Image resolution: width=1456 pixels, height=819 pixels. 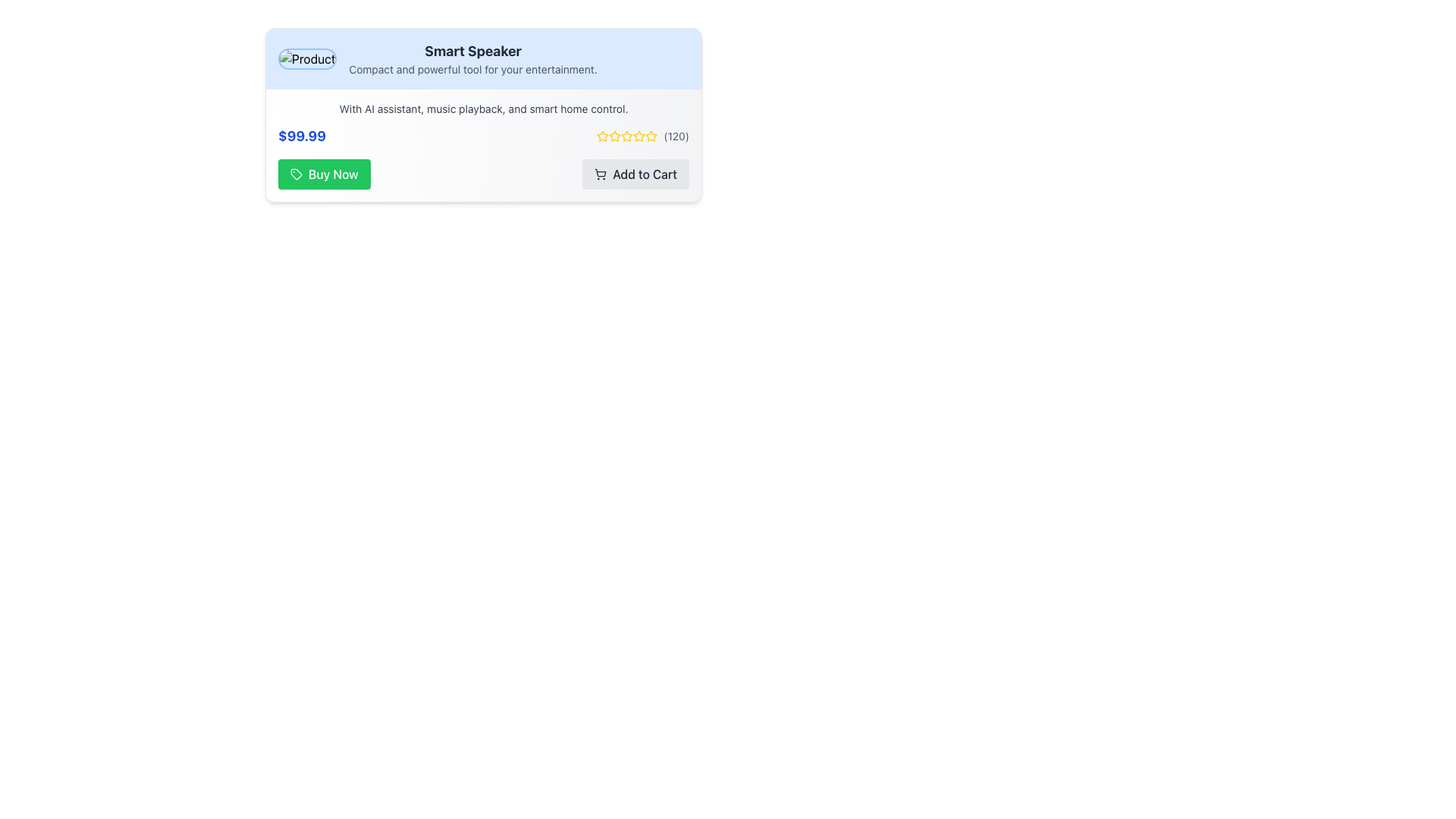 I want to click on the graphic/icon that serves as a visual indicator related to product information, located within the content panel, slightly above the center-left section, near the product price and action buttons, so click(x=296, y=174).